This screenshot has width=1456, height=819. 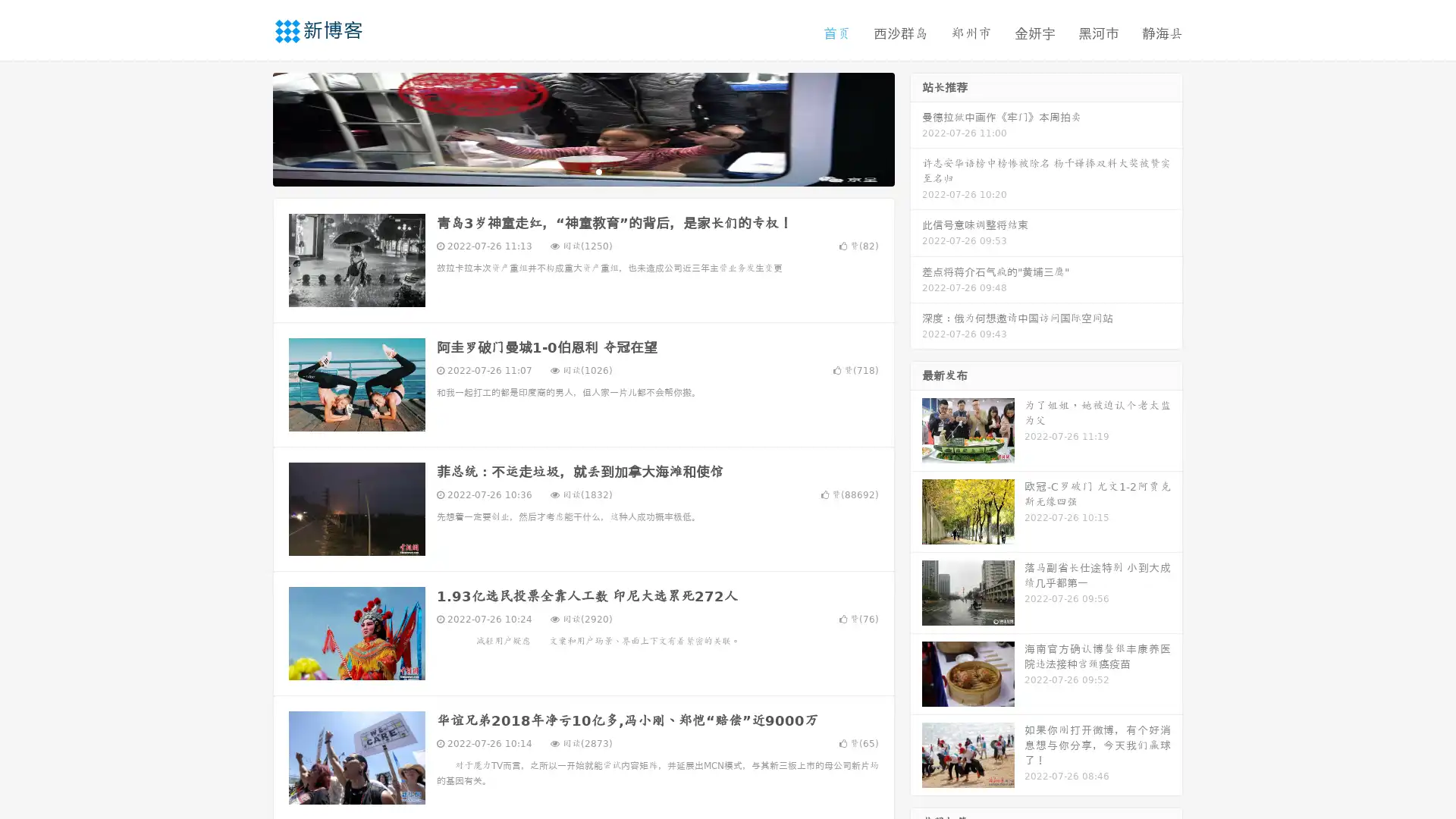 What do you see at coordinates (598, 171) in the screenshot?
I see `Go to slide 3` at bounding box center [598, 171].